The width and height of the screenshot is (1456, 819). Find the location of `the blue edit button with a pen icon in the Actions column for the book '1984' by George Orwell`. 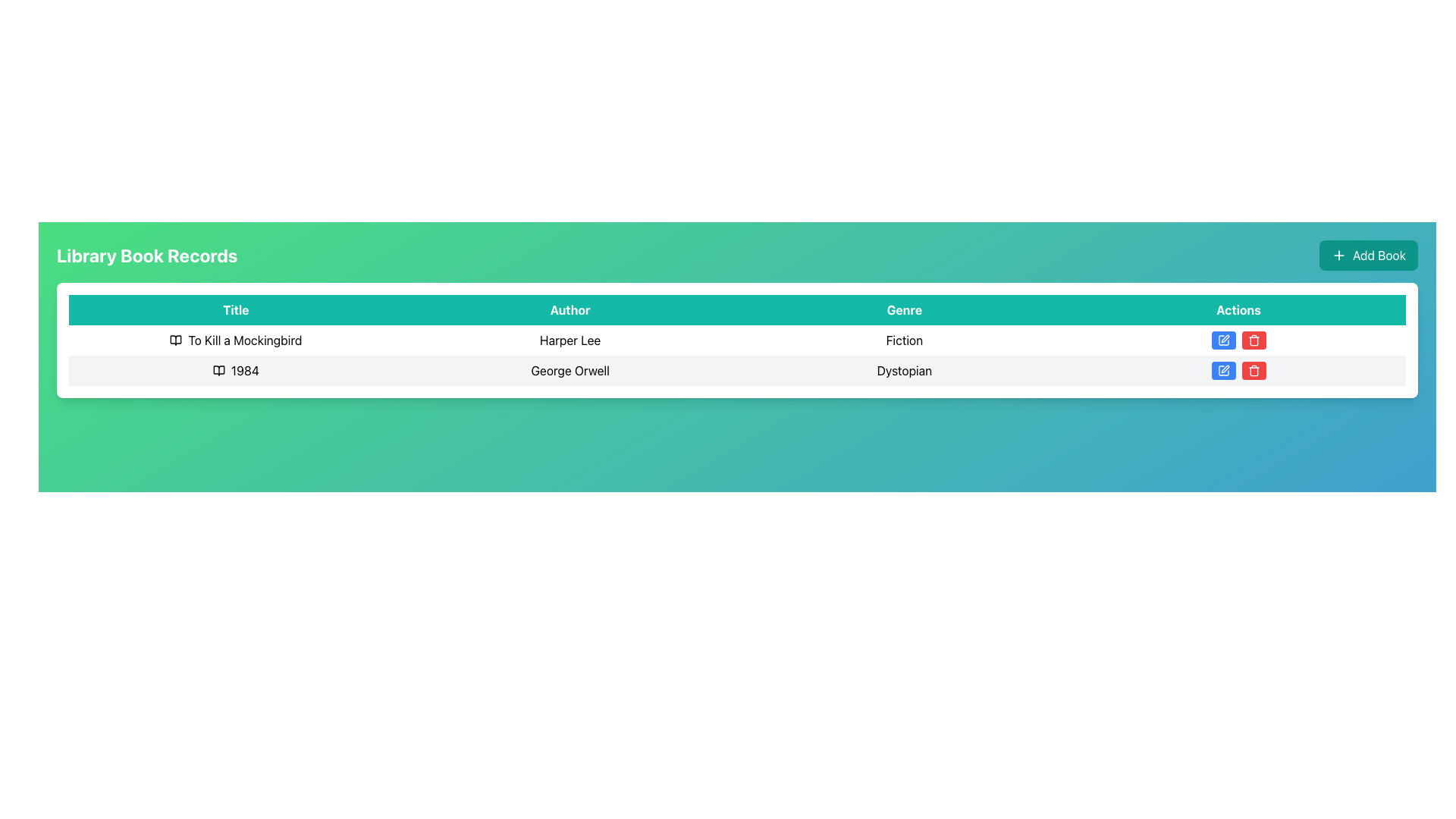

the blue edit button with a pen icon in the Actions column for the book '1984' by George Orwell is located at coordinates (1238, 371).